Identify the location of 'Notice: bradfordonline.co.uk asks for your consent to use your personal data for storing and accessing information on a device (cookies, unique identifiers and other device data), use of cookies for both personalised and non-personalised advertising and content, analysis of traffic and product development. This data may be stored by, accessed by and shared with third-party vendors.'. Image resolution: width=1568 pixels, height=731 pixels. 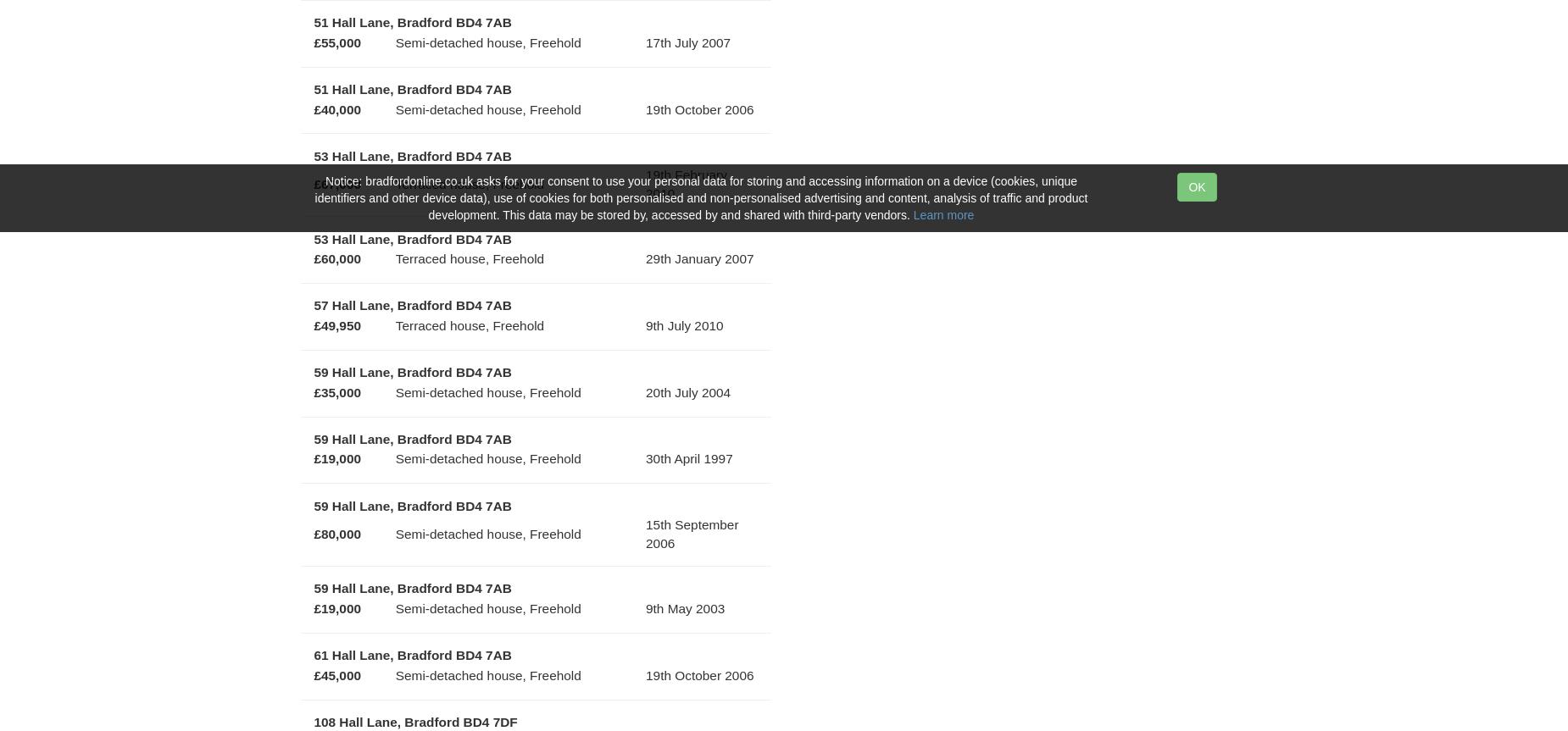
(700, 197).